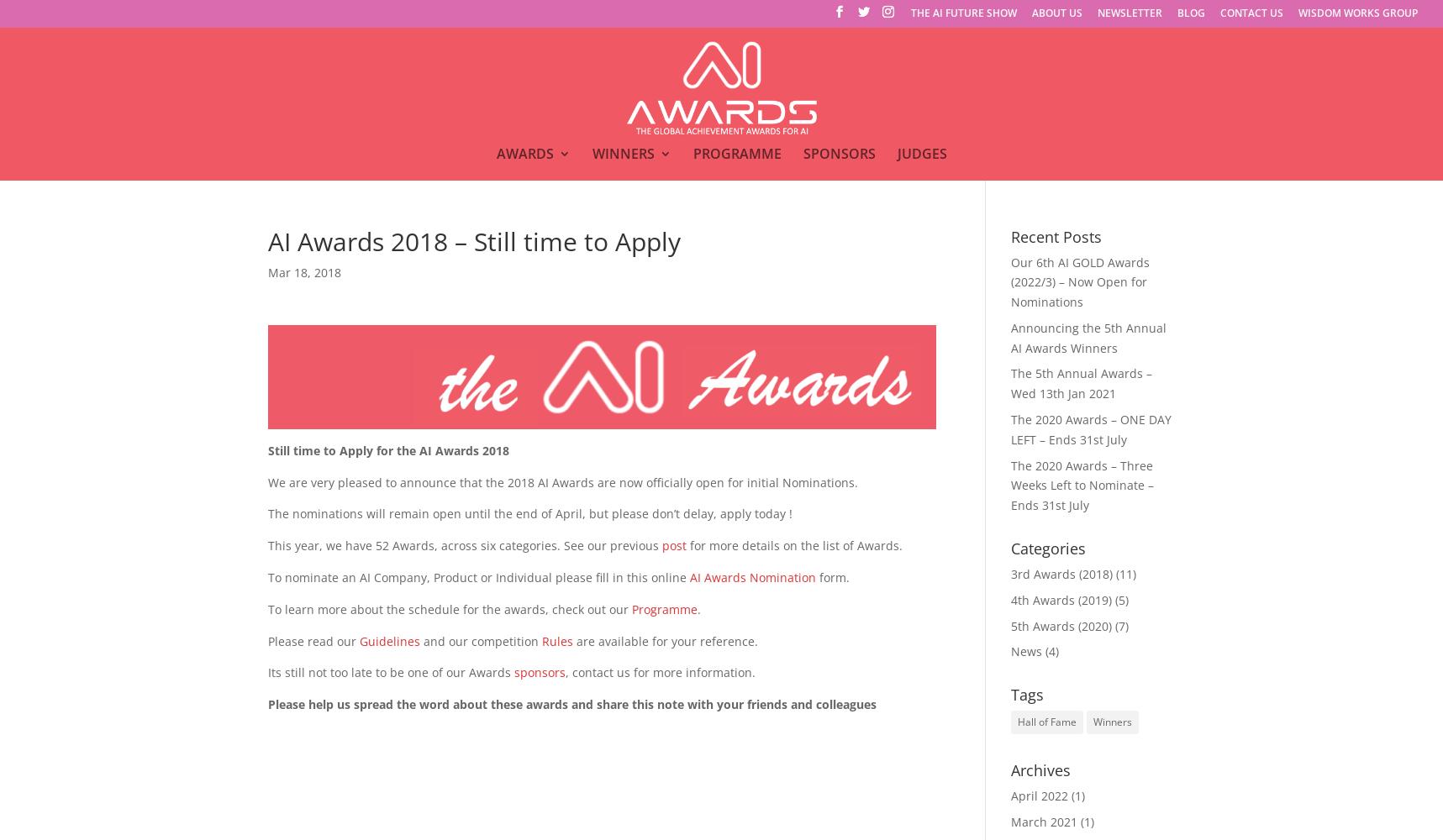  Describe the element at coordinates (556, 640) in the screenshot. I see `'Rules'` at that location.